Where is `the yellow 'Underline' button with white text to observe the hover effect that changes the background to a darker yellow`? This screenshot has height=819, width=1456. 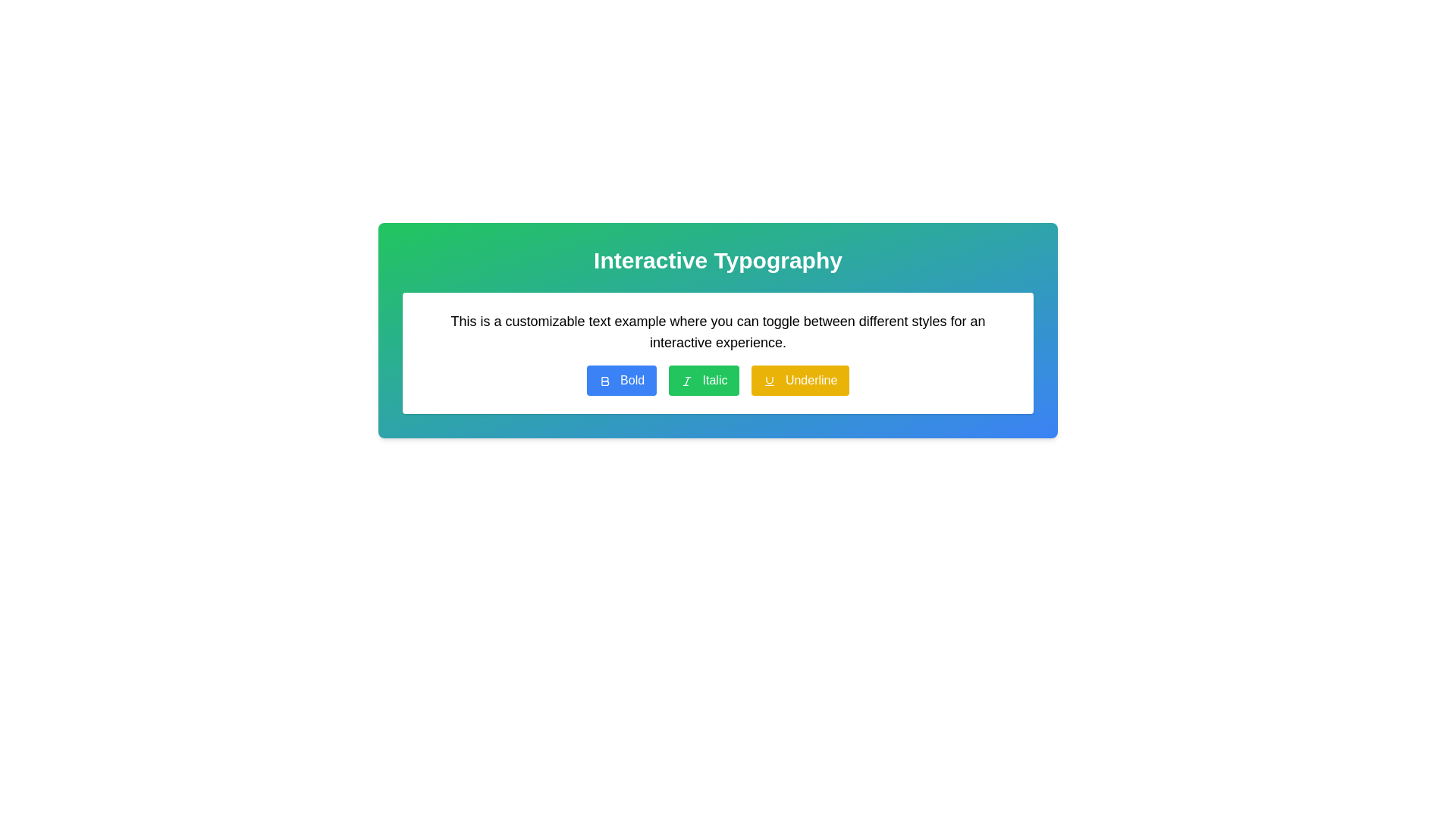
the yellow 'Underline' button with white text to observe the hover effect that changes the background to a darker yellow is located at coordinates (800, 379).